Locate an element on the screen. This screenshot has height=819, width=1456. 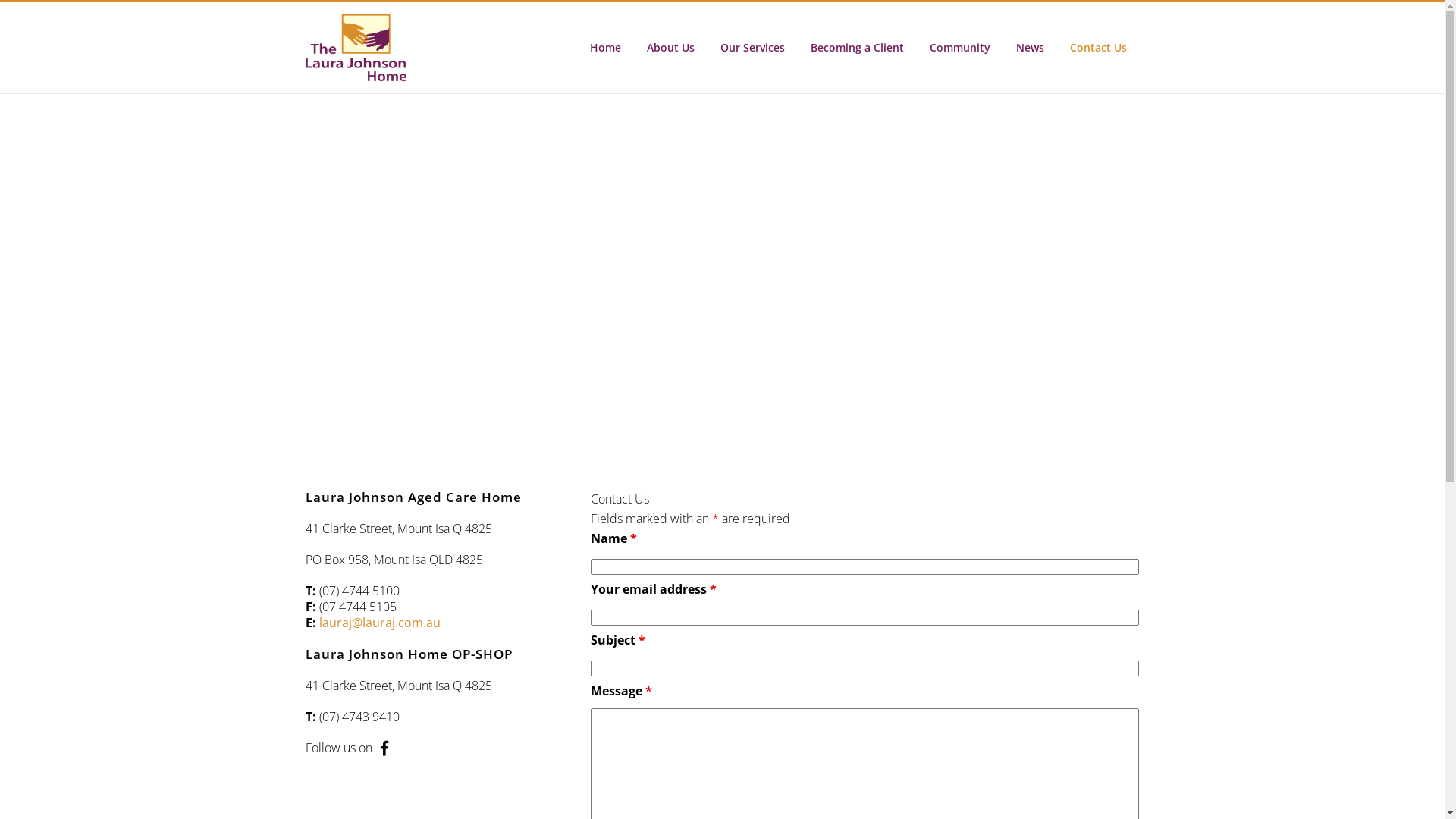
'About Us' is located at coordinates (670, 46).